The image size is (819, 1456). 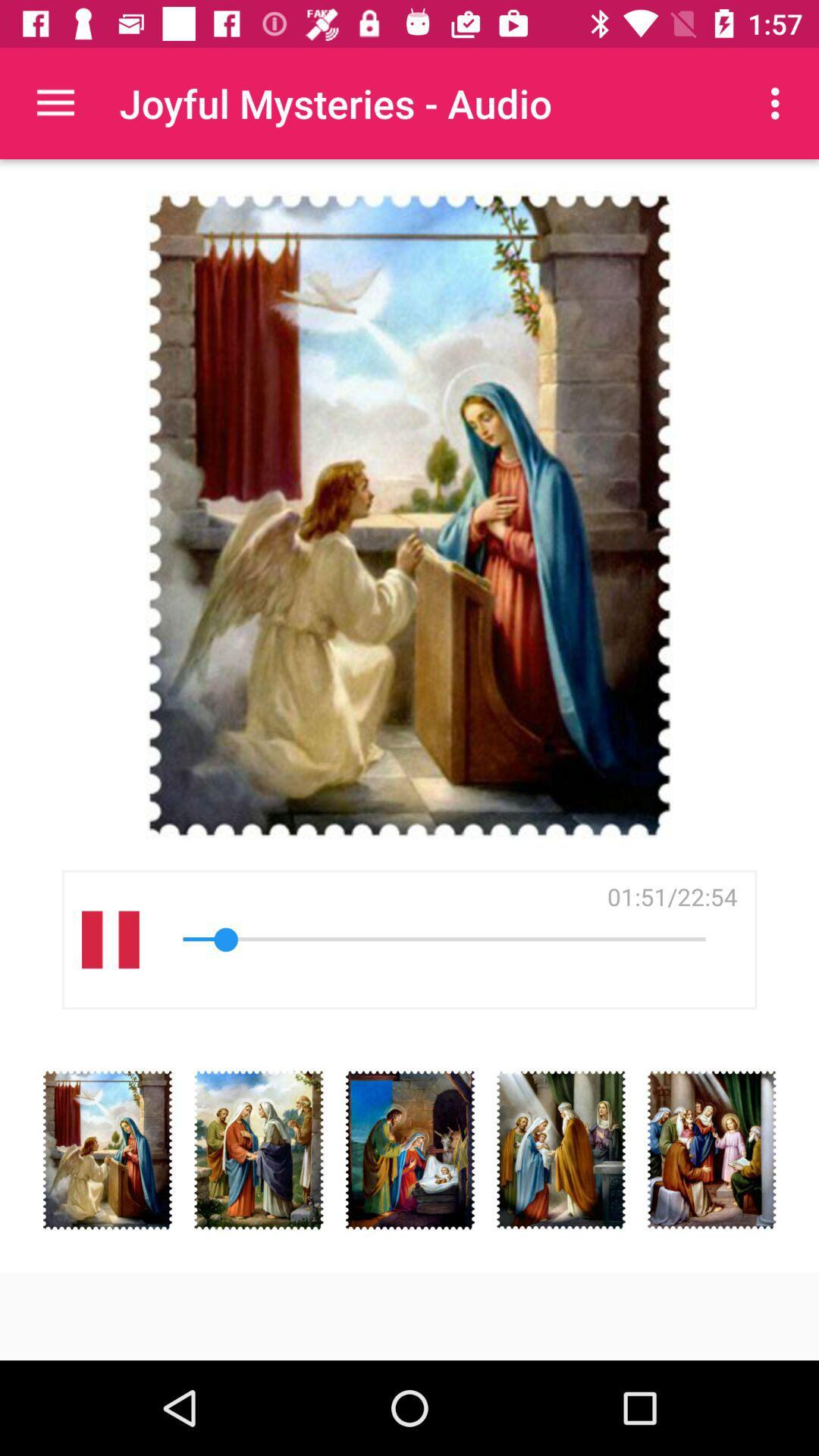 I want to click on item to the right of joyful mysteries - audio, so click(x=779, y=102).